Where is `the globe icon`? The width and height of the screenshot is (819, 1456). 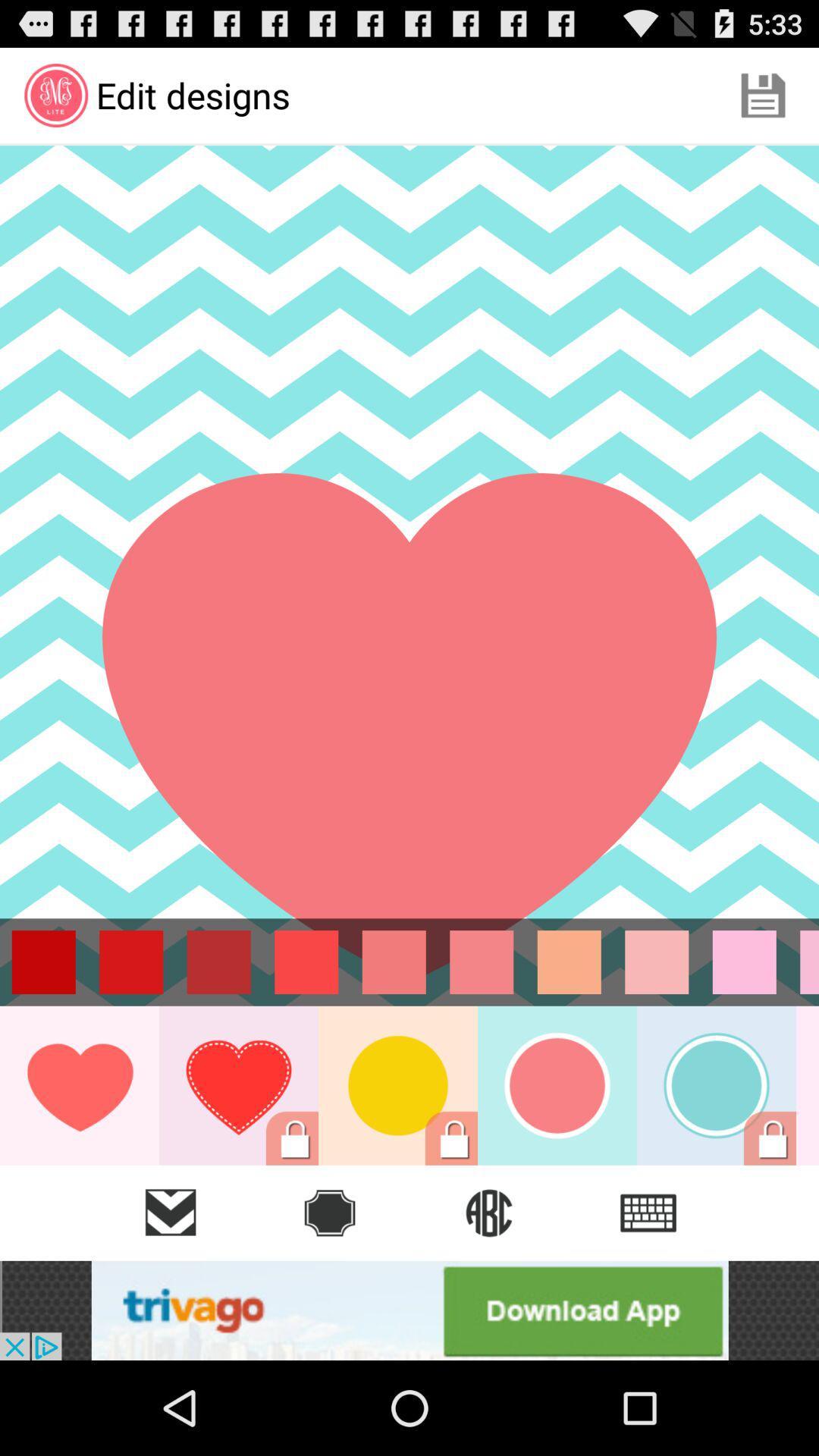 the globe icon is located at coordinates (488, 1212).